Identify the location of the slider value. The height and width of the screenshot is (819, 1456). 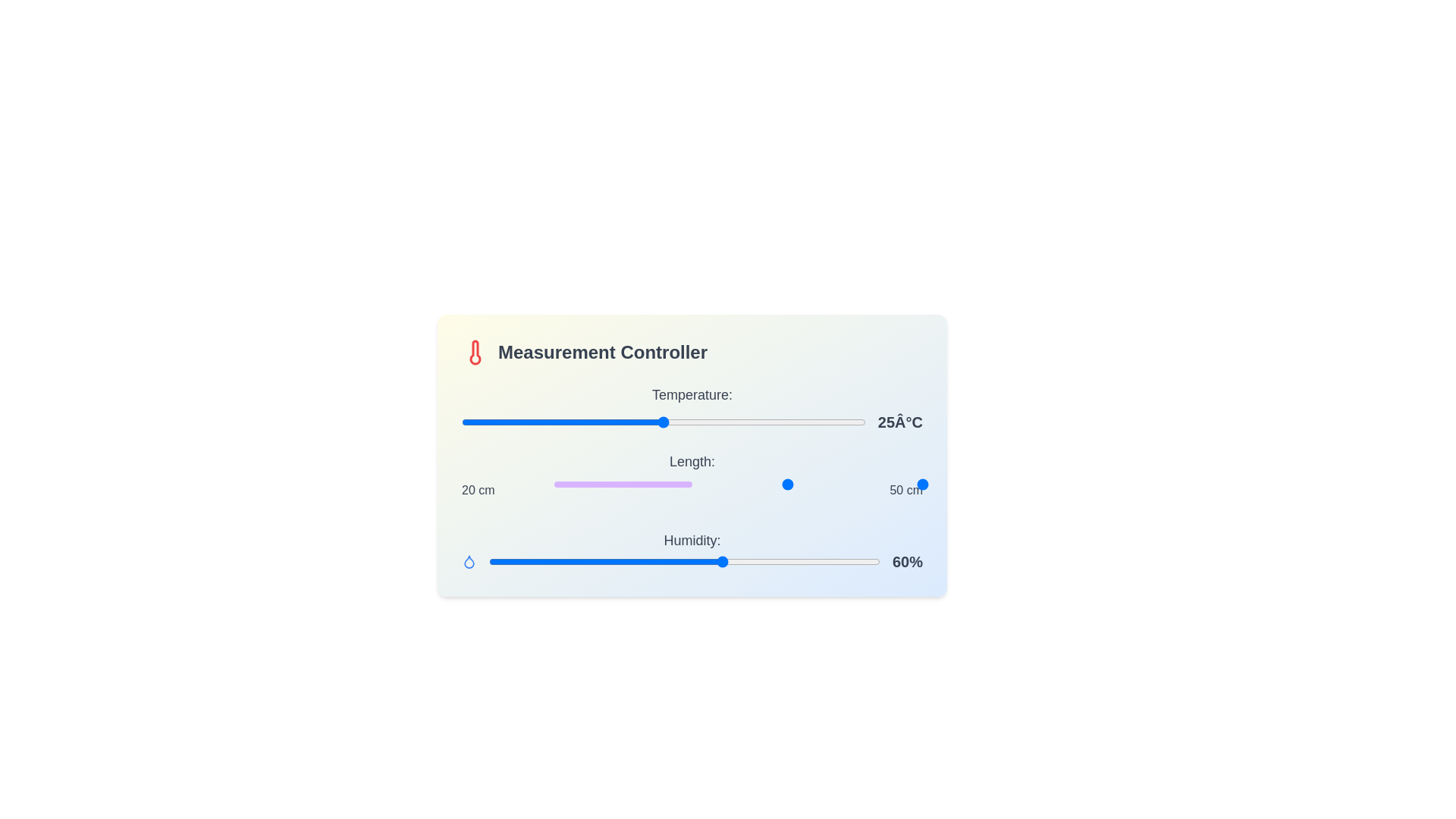
(701, 485).